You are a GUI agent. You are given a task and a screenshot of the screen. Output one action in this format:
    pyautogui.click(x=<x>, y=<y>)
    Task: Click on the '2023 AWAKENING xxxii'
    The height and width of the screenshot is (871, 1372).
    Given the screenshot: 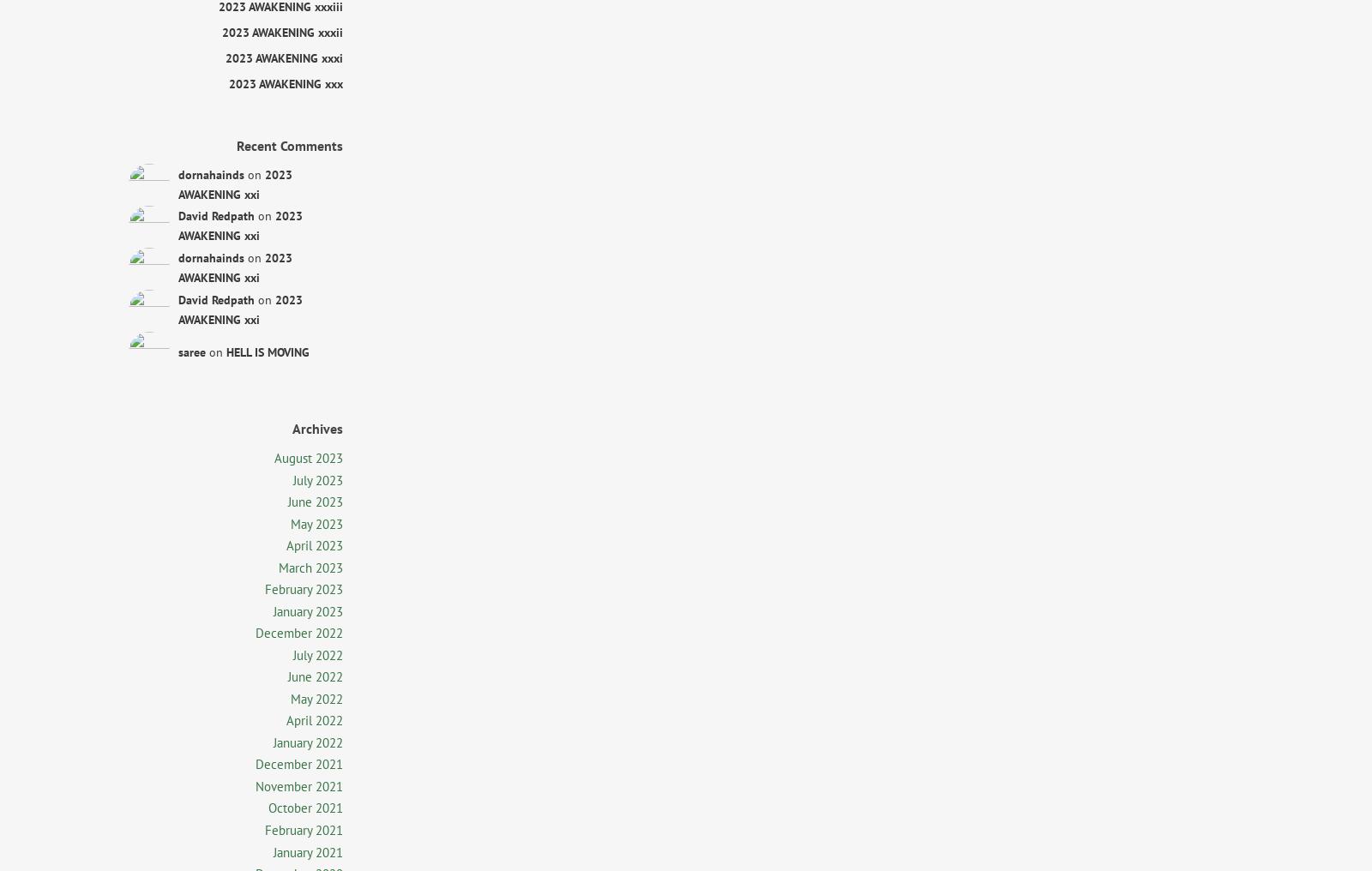 What is the action you would take?
    pyautogui.click(x=282, y=31)
    